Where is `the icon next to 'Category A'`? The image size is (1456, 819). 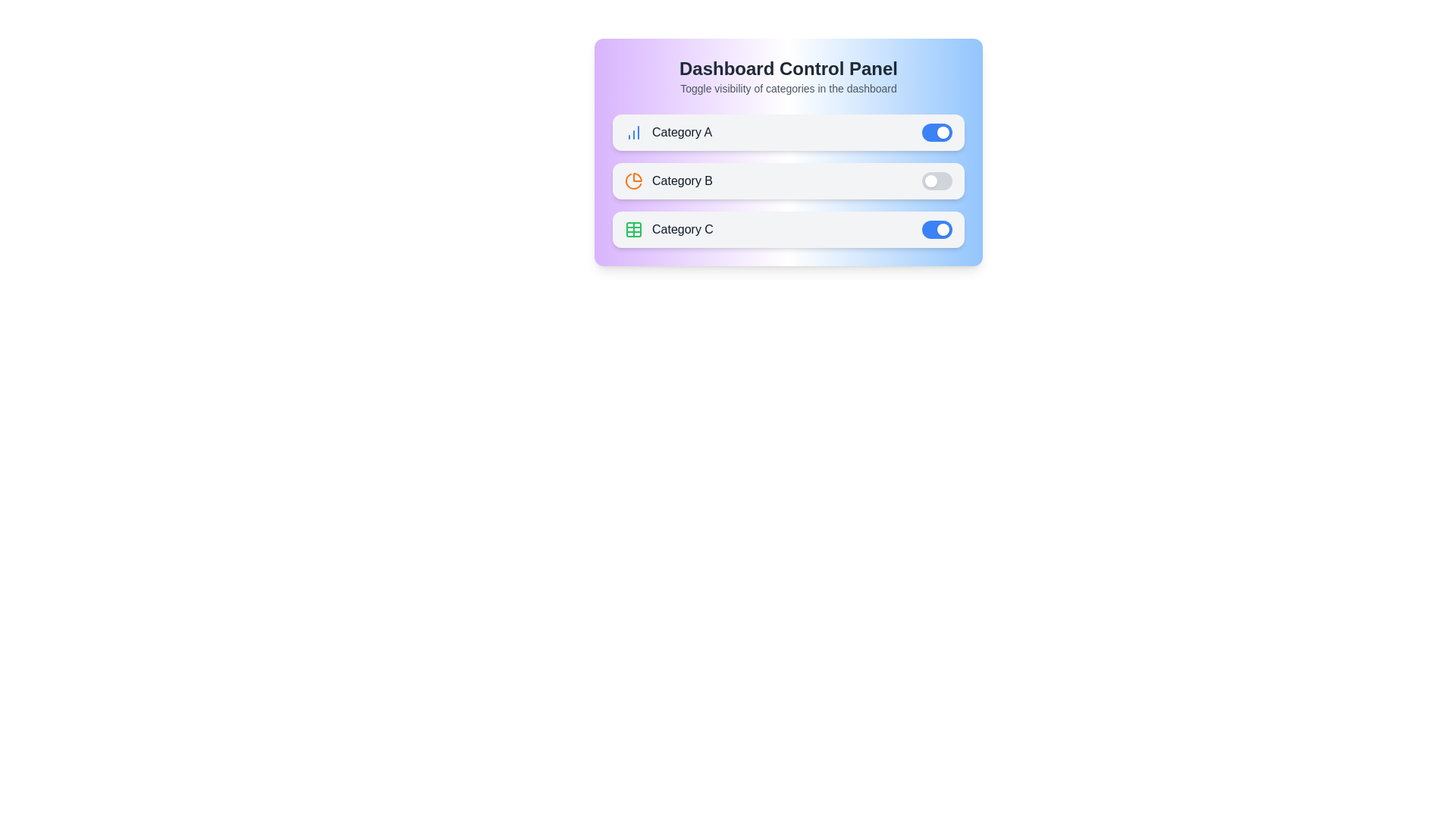
the icon next to 'Category A' is located at coordinates (633, 131).